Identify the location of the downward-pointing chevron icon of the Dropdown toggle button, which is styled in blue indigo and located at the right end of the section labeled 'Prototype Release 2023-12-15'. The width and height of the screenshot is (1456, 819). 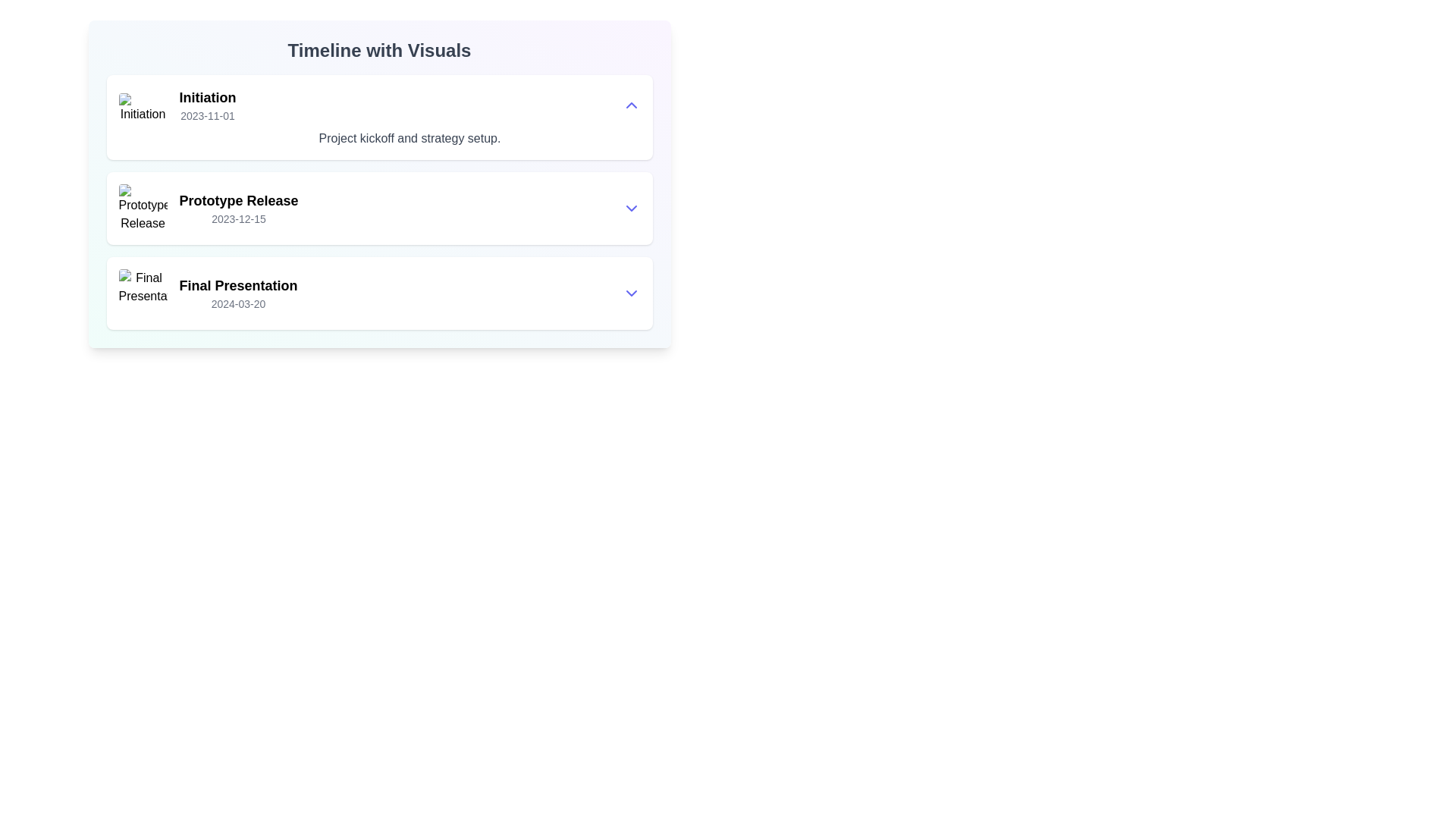
(631, 208).